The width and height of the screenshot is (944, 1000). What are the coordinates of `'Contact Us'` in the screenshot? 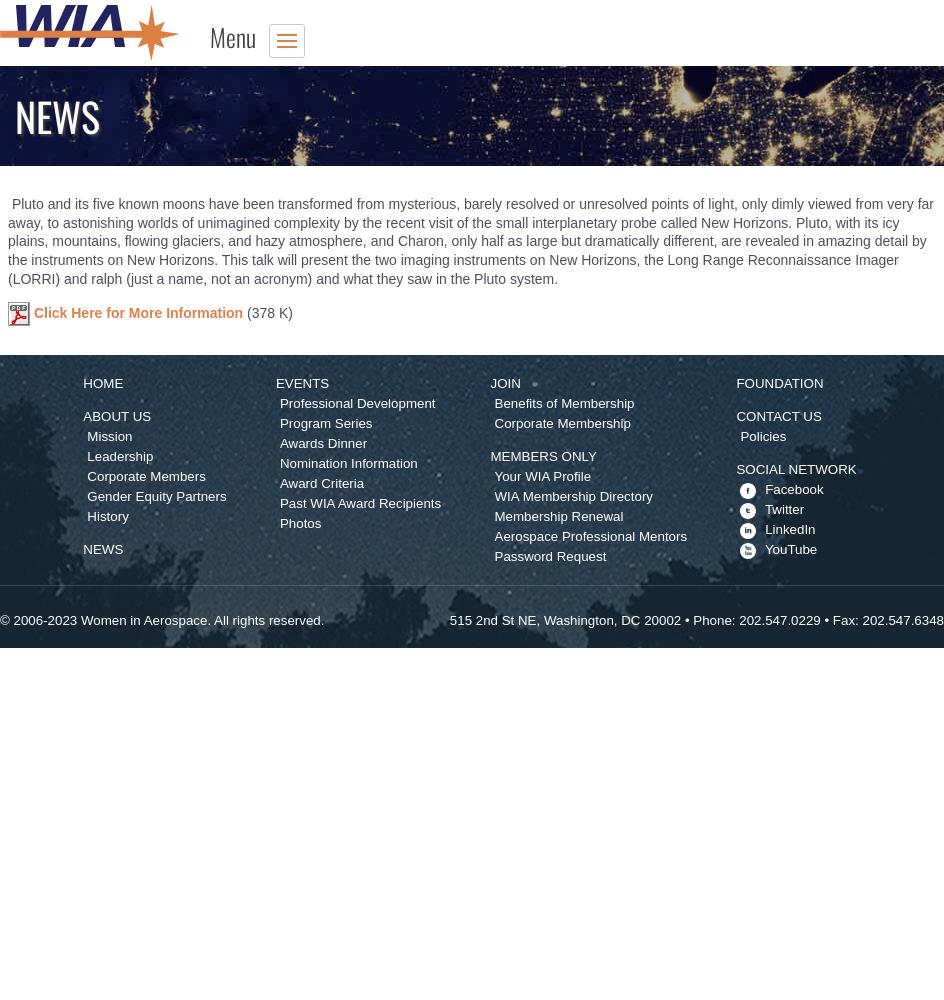 It's located at (777, 415).